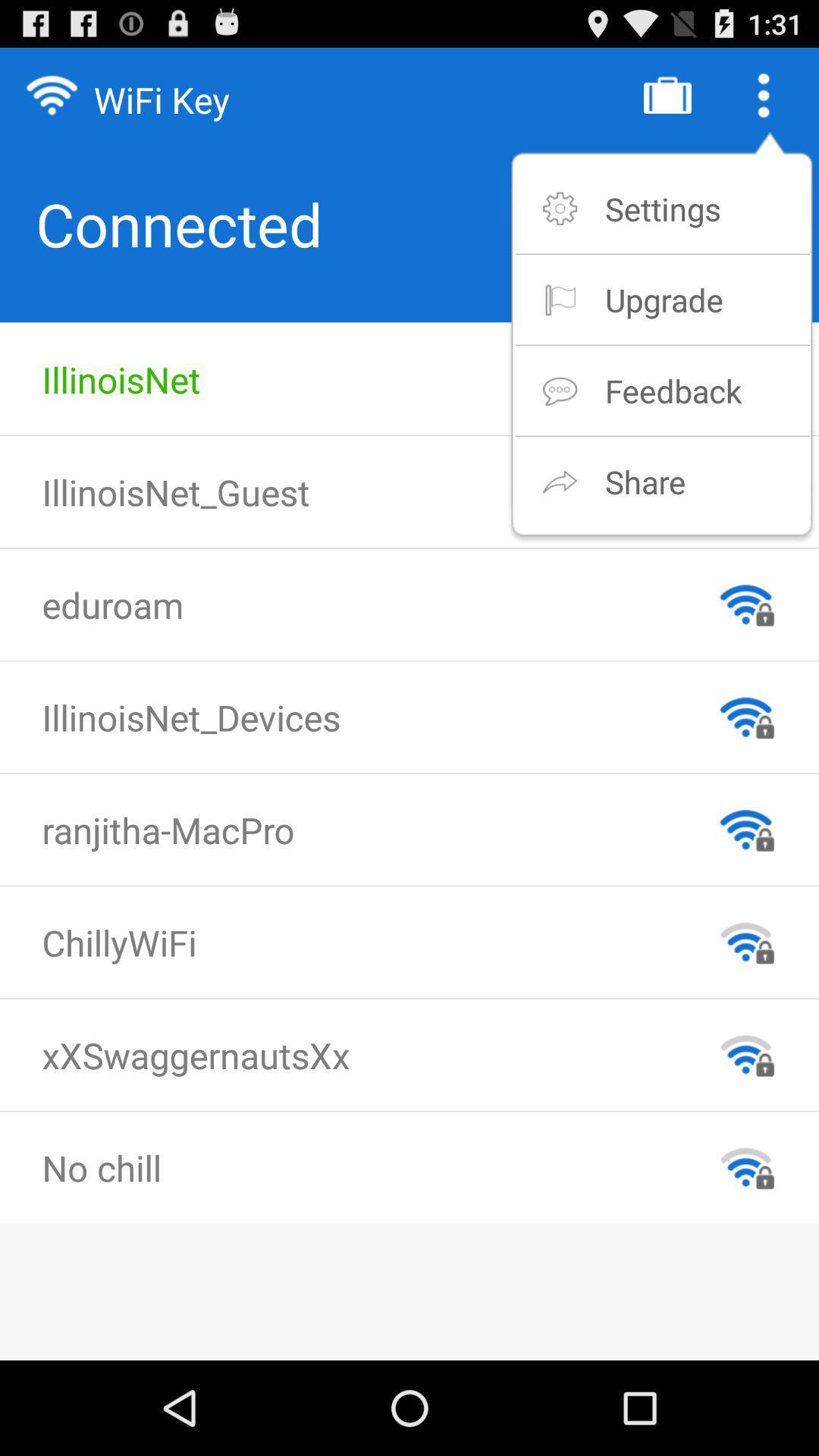  Describe the element at coordinates (672, 391) in the screenshot. I see `item above share item` at that location.